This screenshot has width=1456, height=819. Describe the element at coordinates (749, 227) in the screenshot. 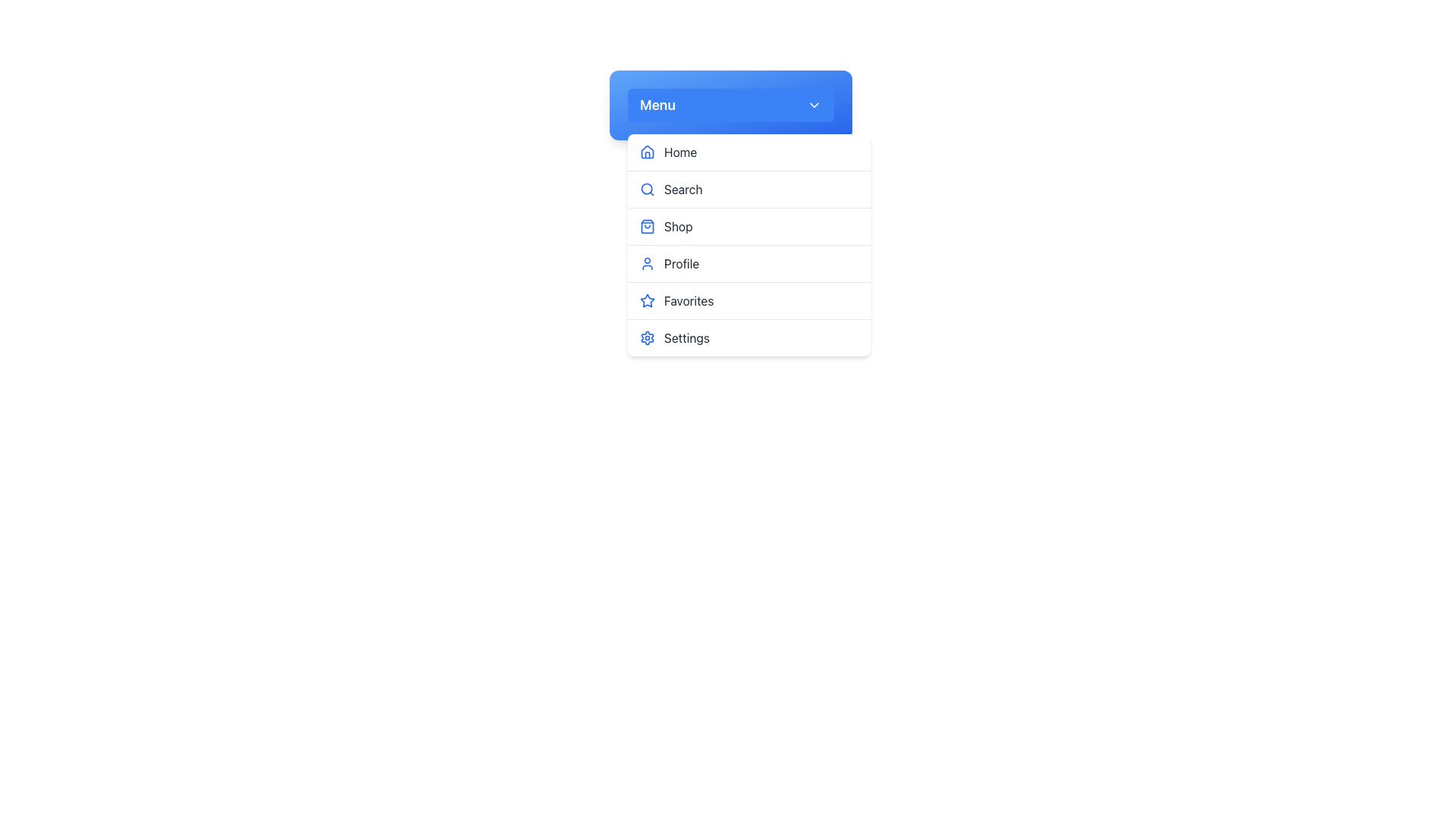

I see `the shopping button located as the third item in the vertical menu list, positioned between the 'Search' and 'Profile' options` at that location.